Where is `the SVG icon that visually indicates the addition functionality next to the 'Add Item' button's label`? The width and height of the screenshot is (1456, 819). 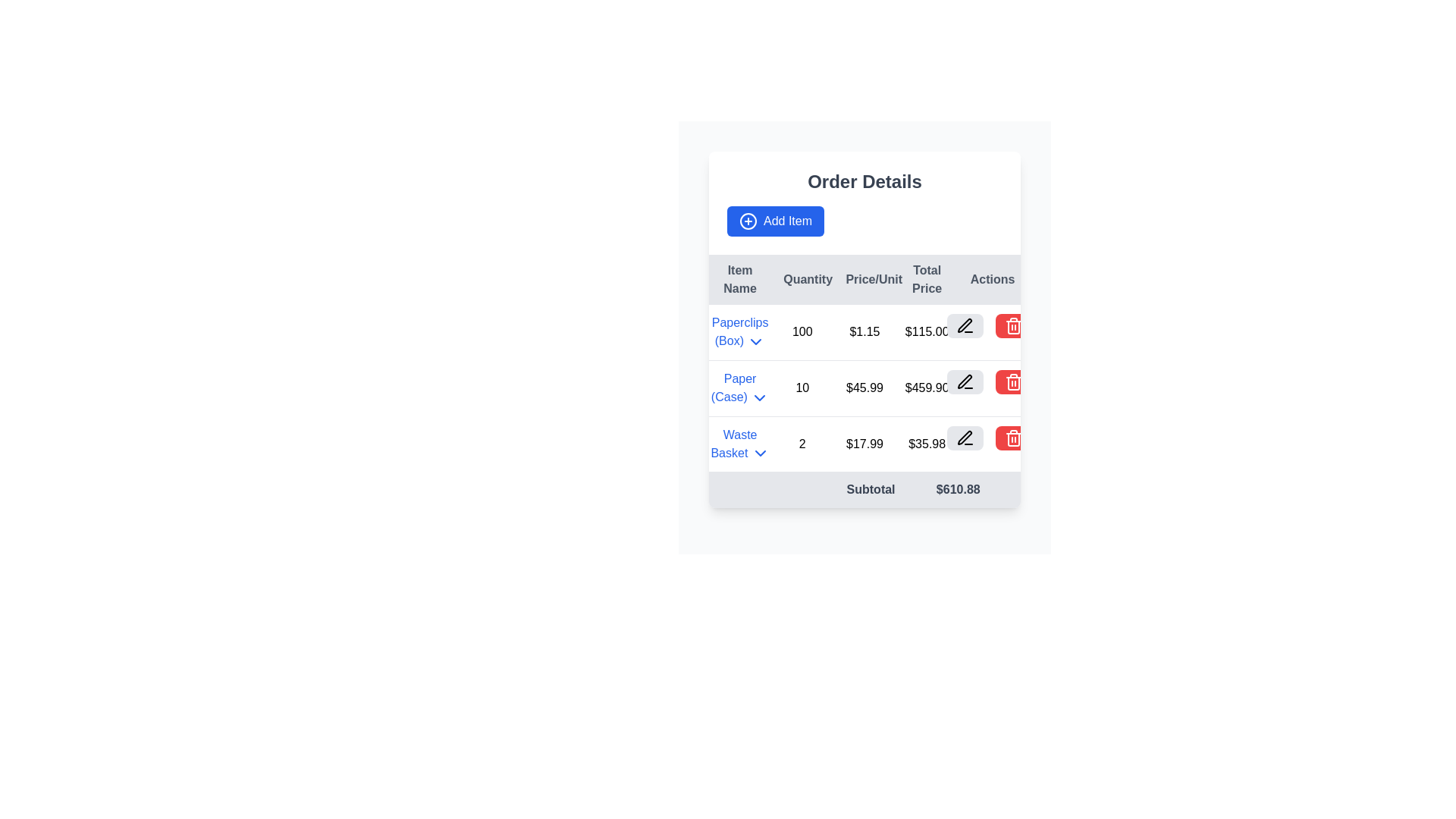 the SVG icon that visually indicates the addition functionality next to the 'Add Item' button's label is located at coordinates (748, 221).